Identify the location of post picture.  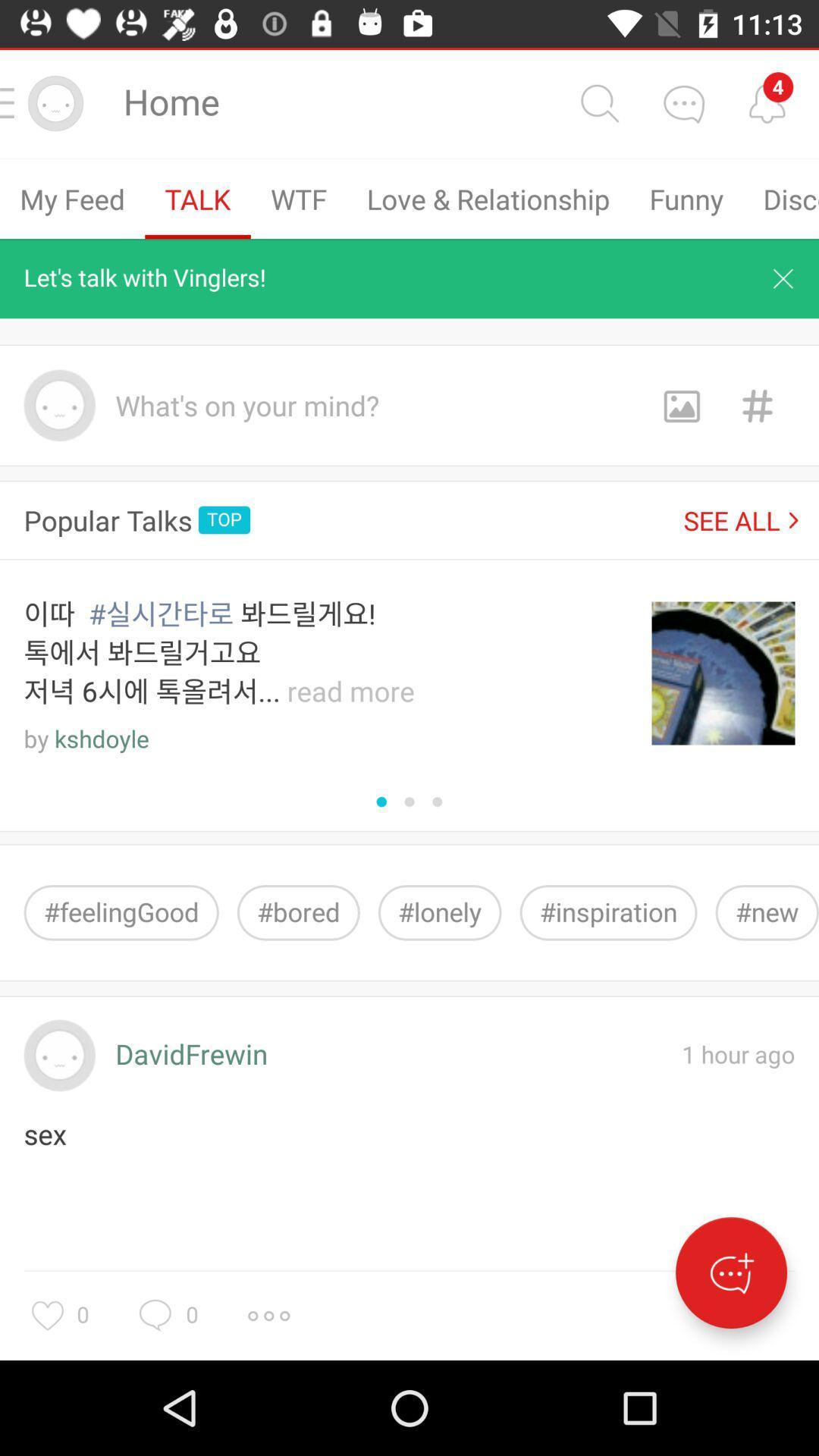
(680, 405).